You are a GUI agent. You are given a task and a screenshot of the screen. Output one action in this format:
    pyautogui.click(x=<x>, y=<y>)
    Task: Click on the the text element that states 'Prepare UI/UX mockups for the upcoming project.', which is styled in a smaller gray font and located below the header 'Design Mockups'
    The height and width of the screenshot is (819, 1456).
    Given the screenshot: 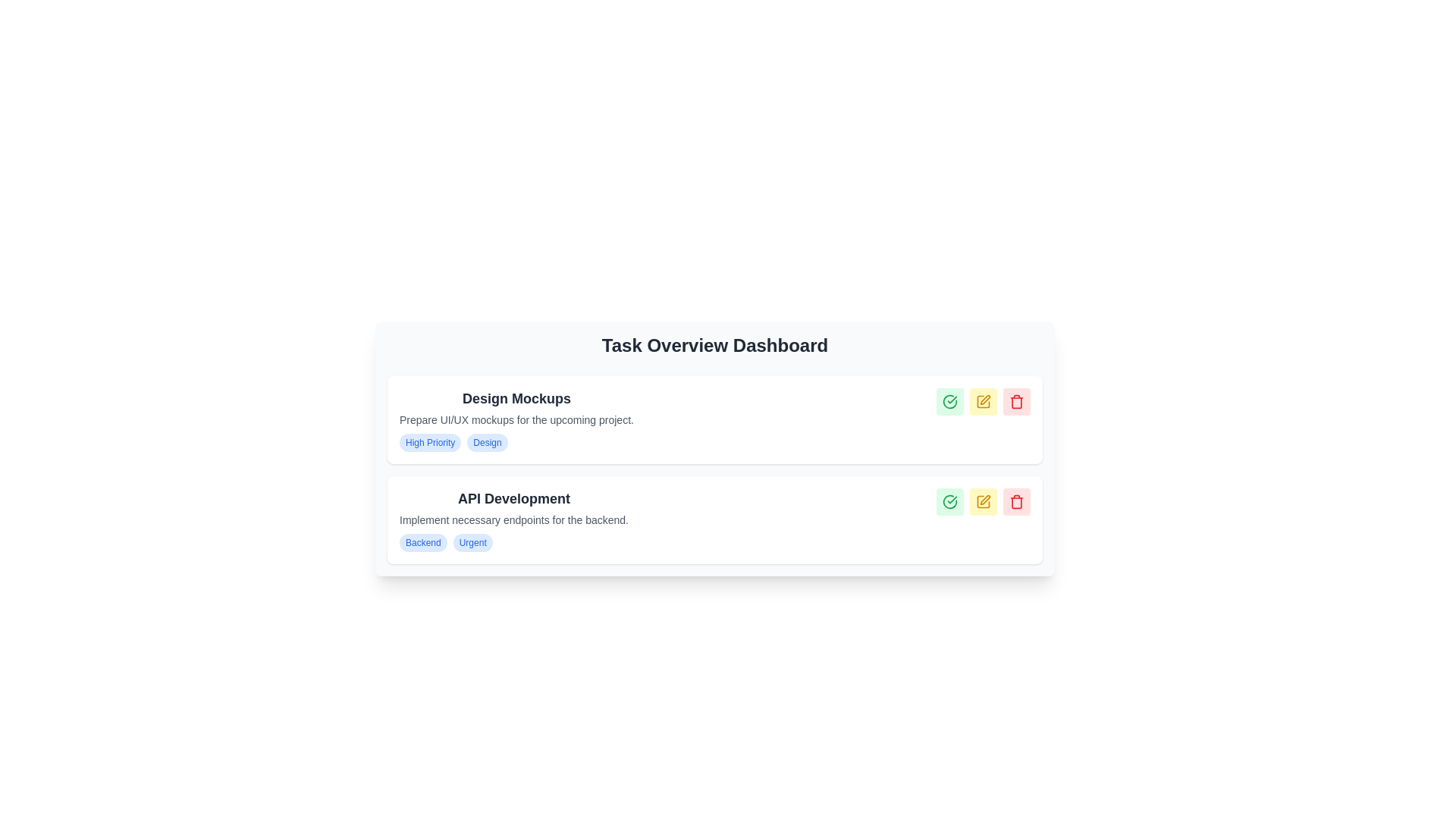 What is the action you would take?
    pyautogui.click(x=516, y=420)
    